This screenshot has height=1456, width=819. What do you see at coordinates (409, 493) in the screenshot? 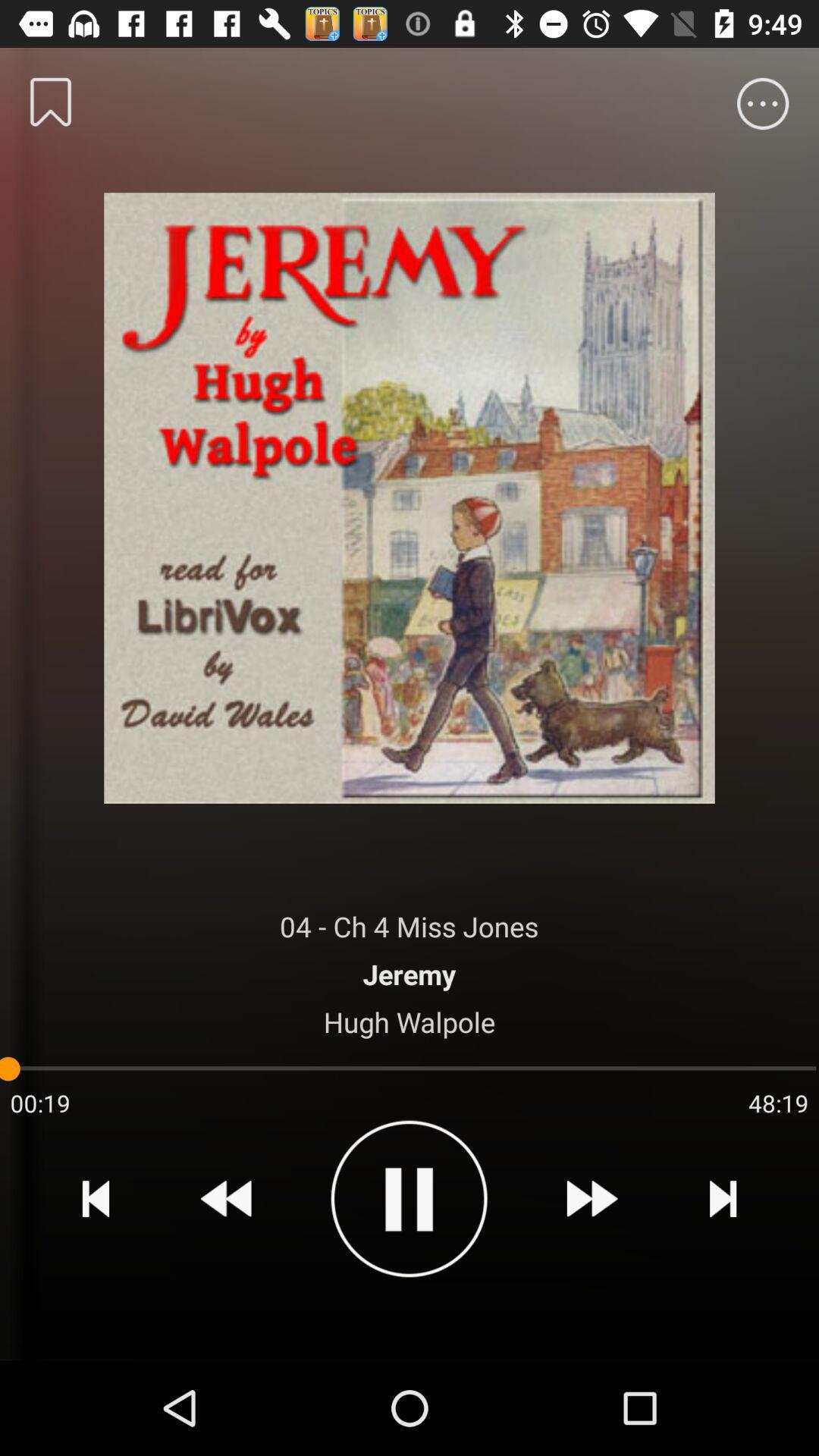
I see `item above 04 ch 4 icon` at bounding box center [409, 493].